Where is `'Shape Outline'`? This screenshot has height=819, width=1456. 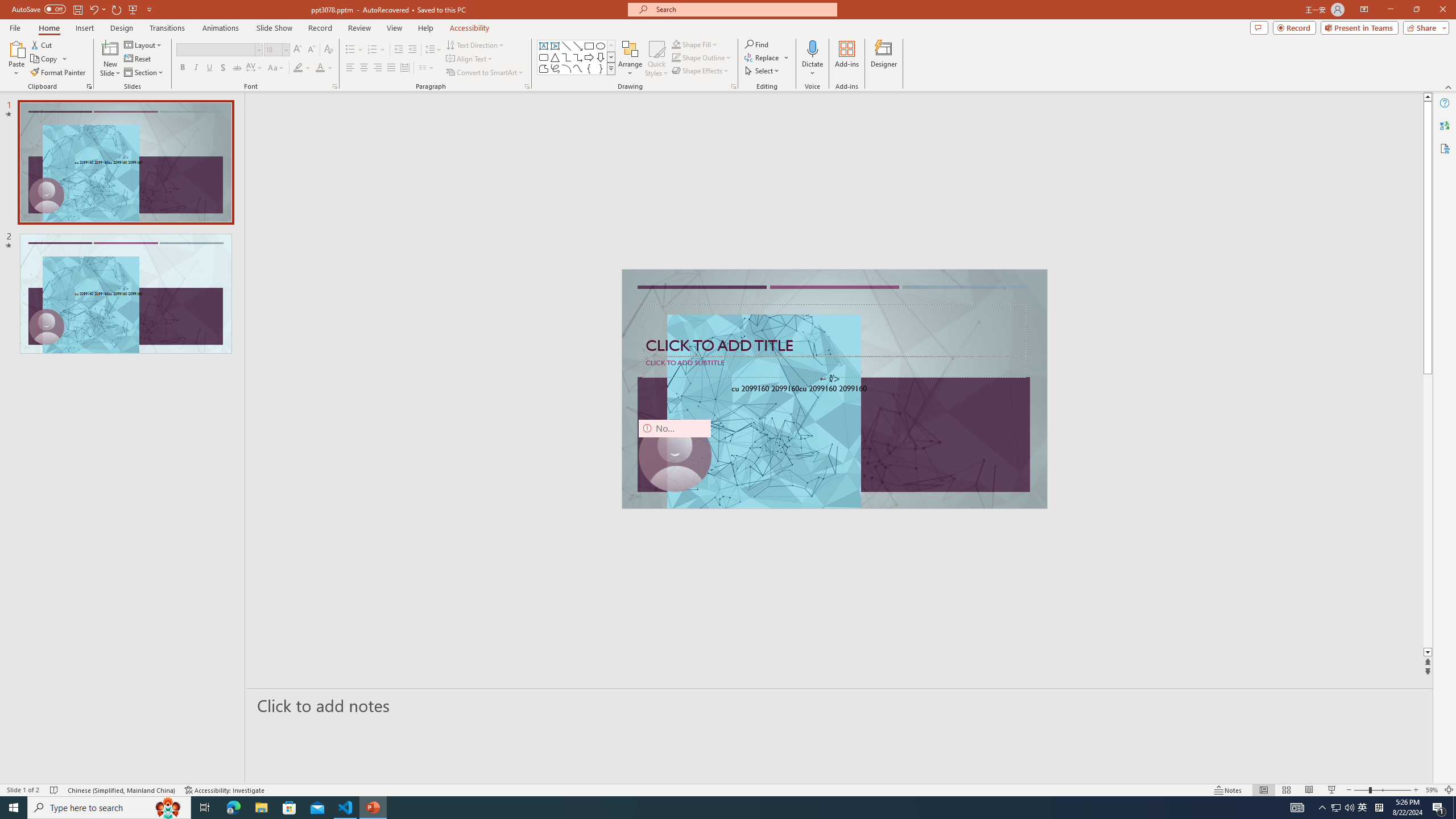
'Shape Outline' is located at coordinates (701, 56).